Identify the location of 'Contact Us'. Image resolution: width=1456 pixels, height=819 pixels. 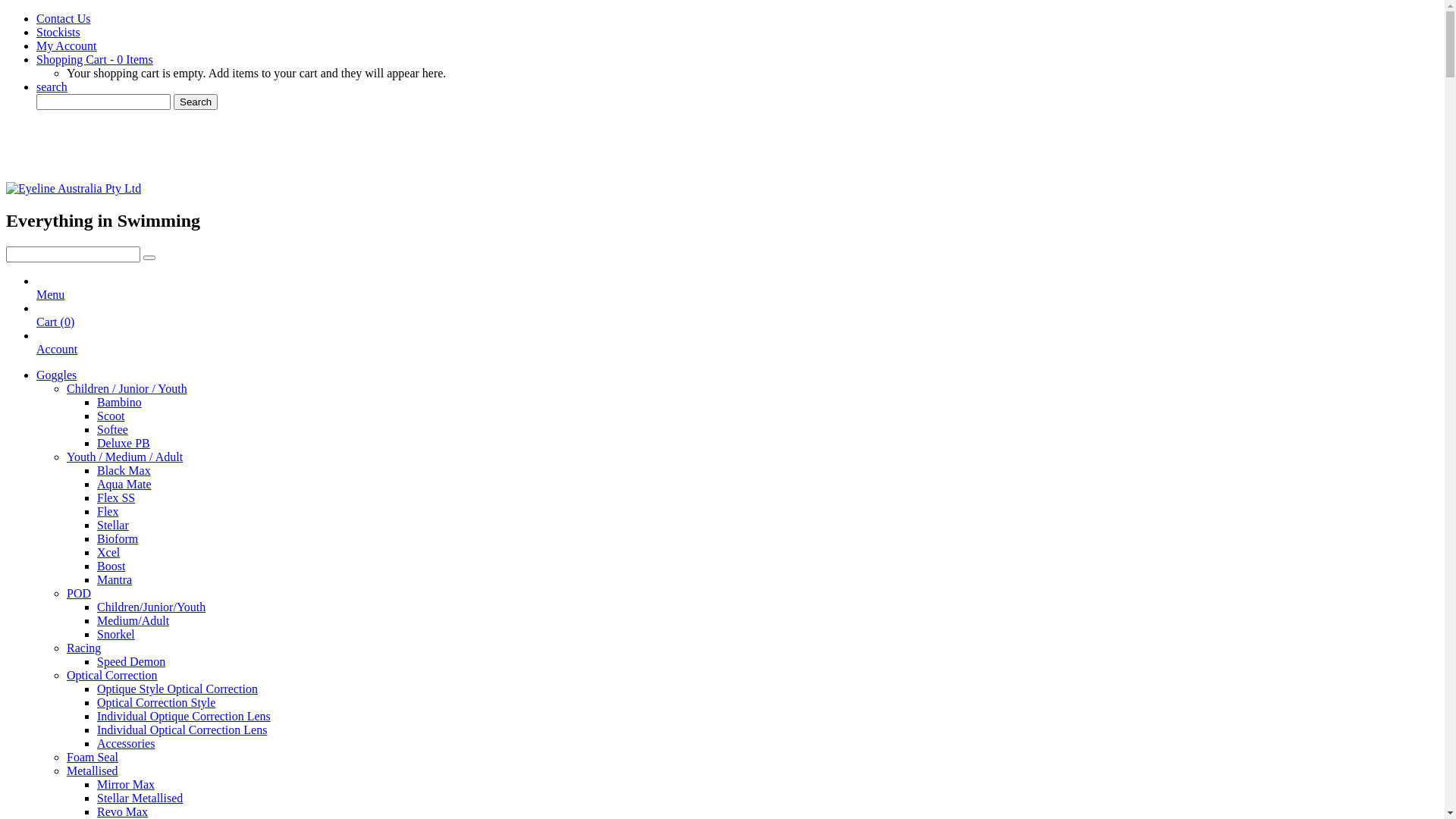
(36, 18).